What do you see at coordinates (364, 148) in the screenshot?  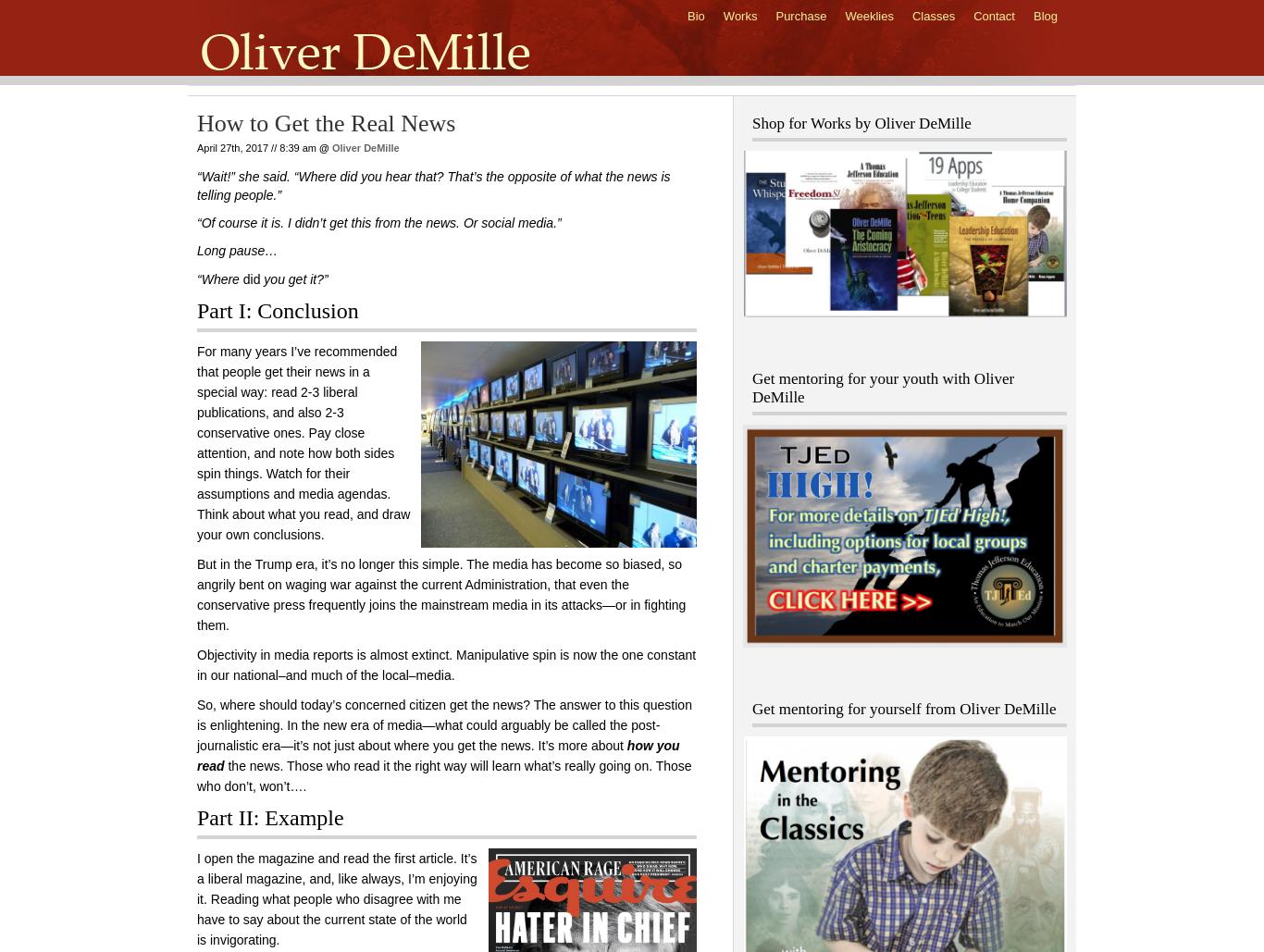 I see `'Oliver DeMille'` at bounding box center [364, 148].